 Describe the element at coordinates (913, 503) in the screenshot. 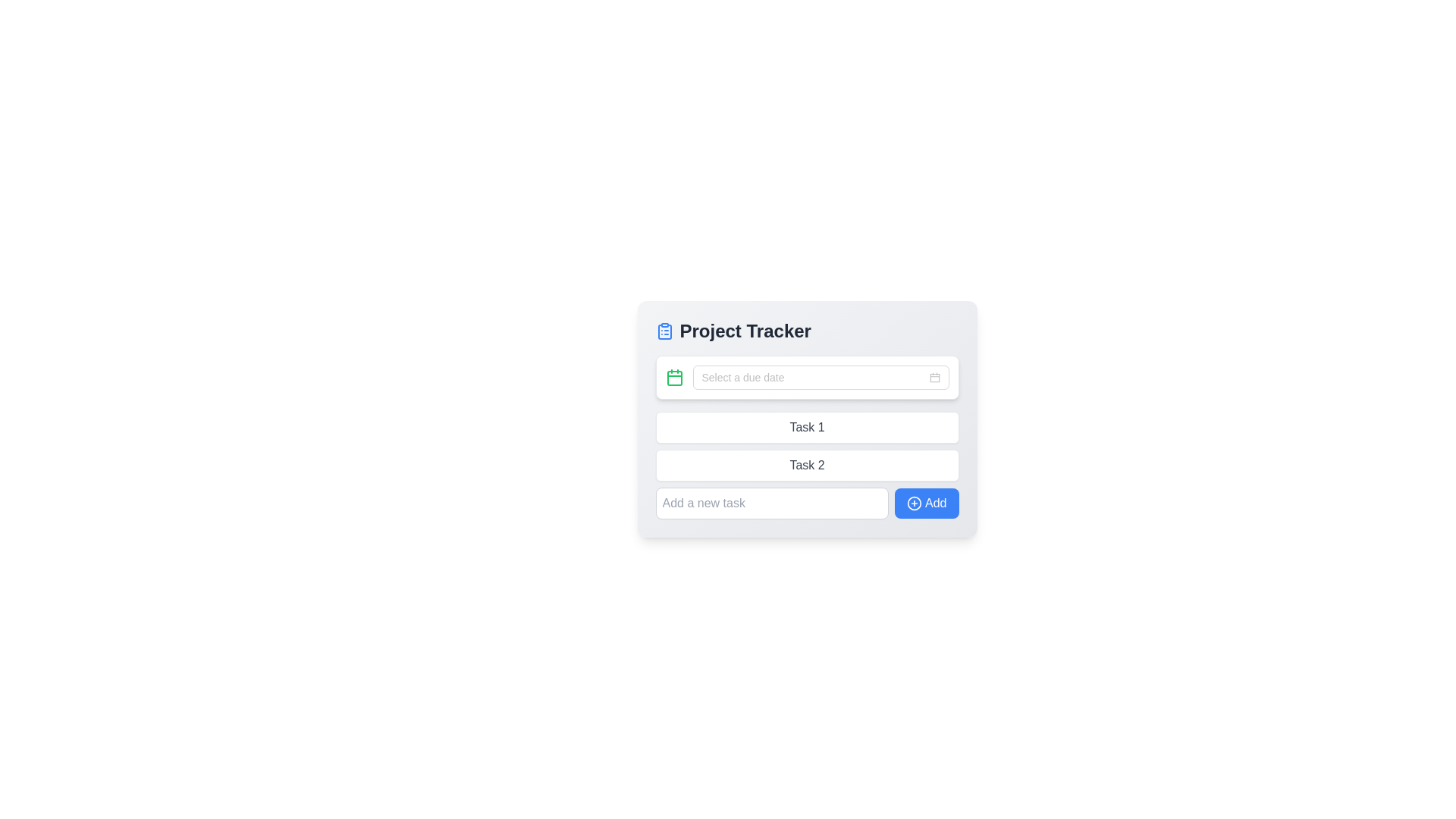

I see `the 'Add' button represented by the circle with a plus symbol located at the bottom-right corner of the task entry section` at that location.